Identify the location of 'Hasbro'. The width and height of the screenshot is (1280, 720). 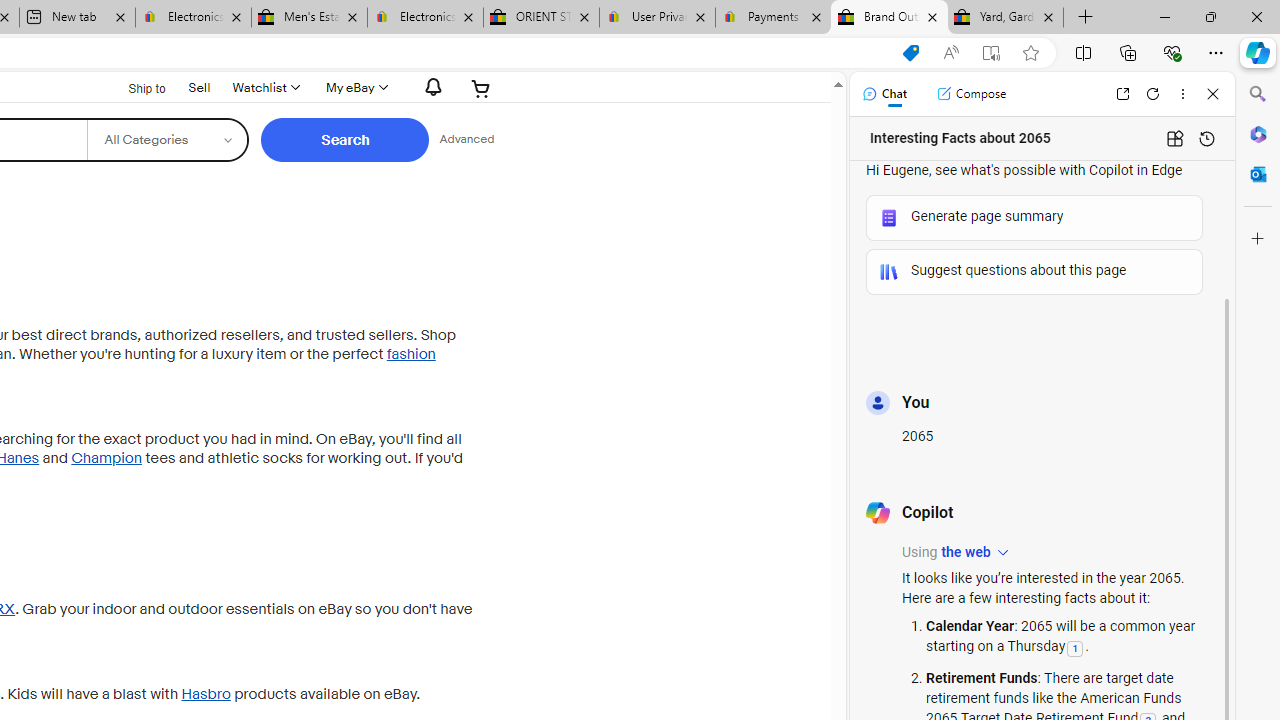
(205, 693).